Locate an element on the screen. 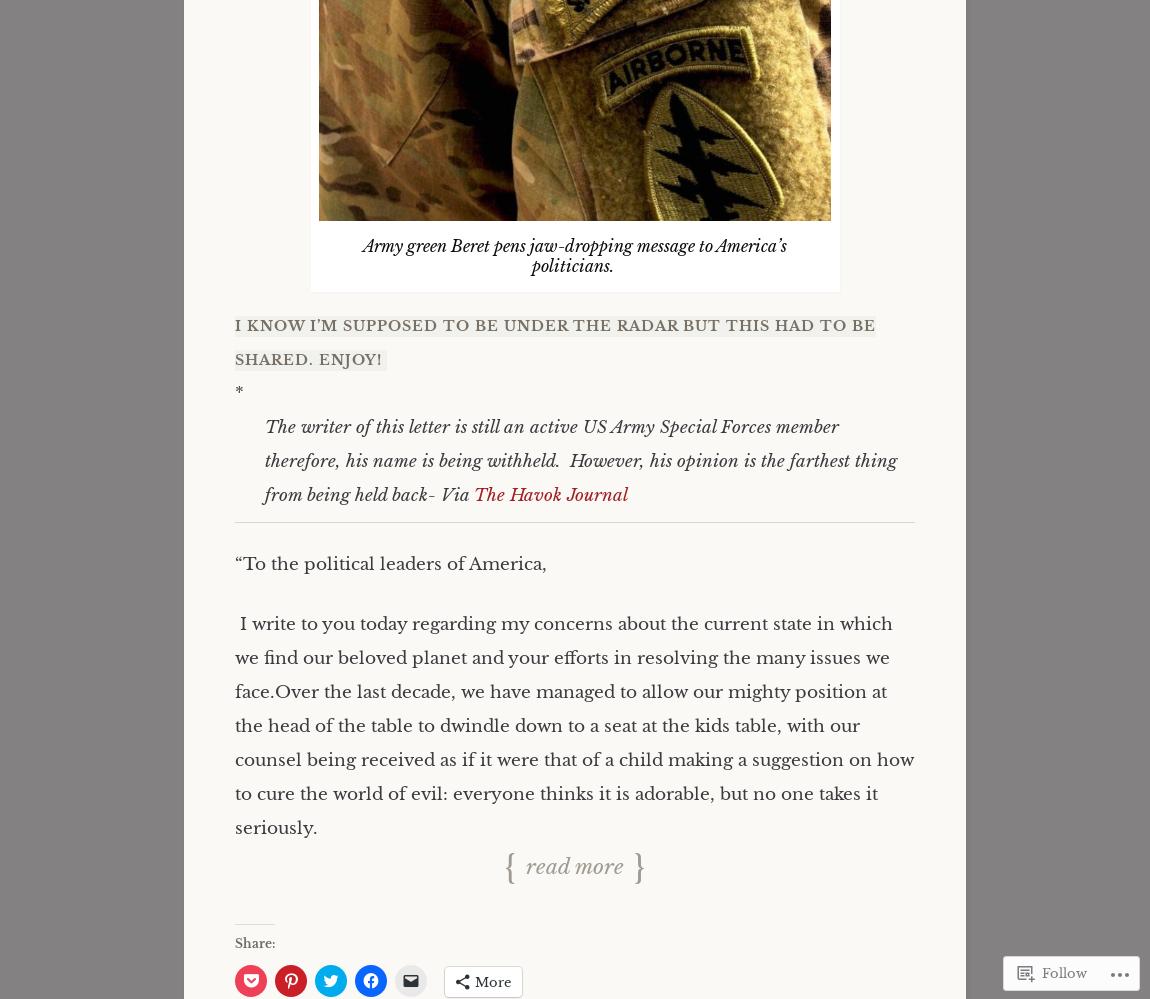 This screenshot has width=1150, height=999. 'Share:' is located at coordinates (253, 942).